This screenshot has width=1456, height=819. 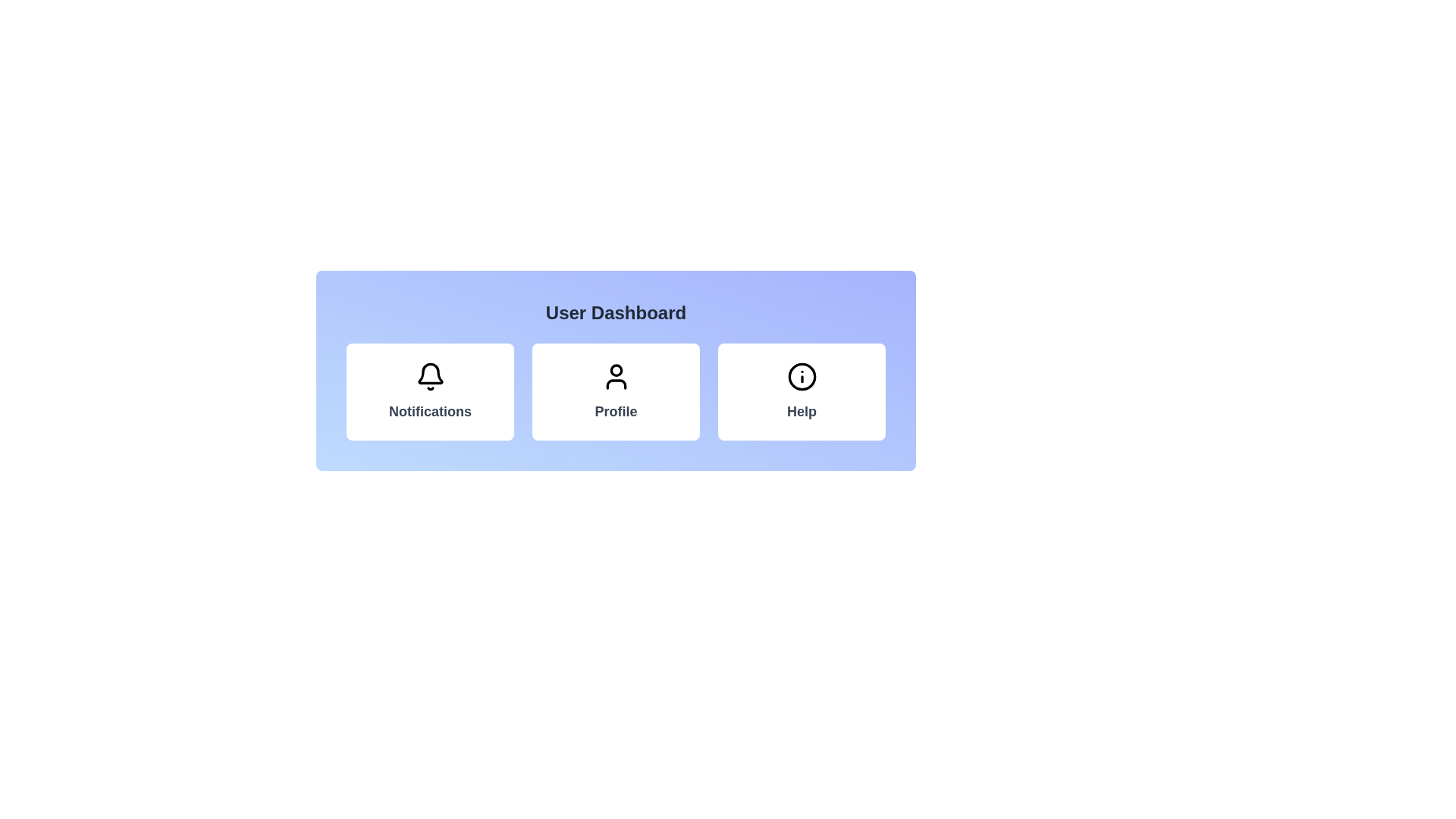 I want to click on the graphical circle that is part of the user profile icon located at the topmost part of the profile section on the dashboard, so click(x=616, y=370).